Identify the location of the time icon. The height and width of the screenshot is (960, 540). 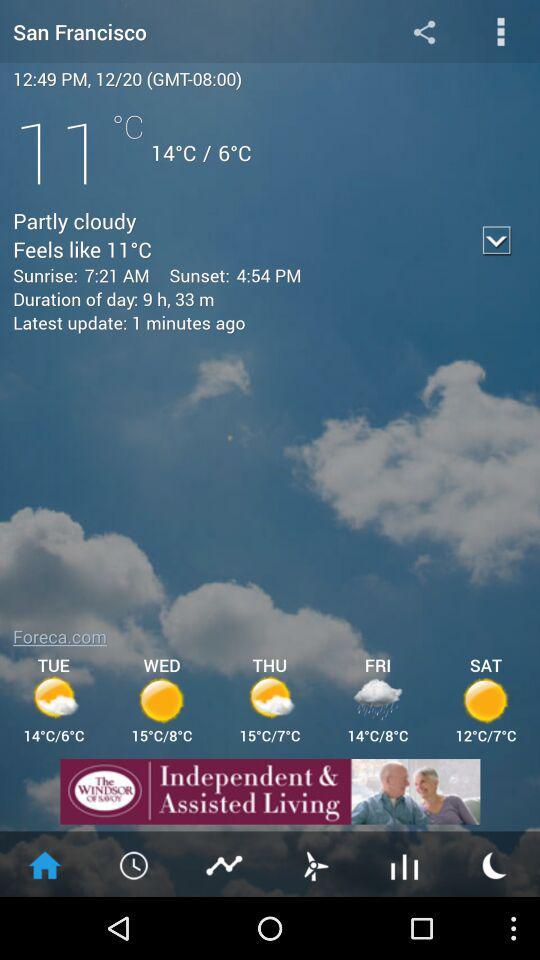
(135, 925).